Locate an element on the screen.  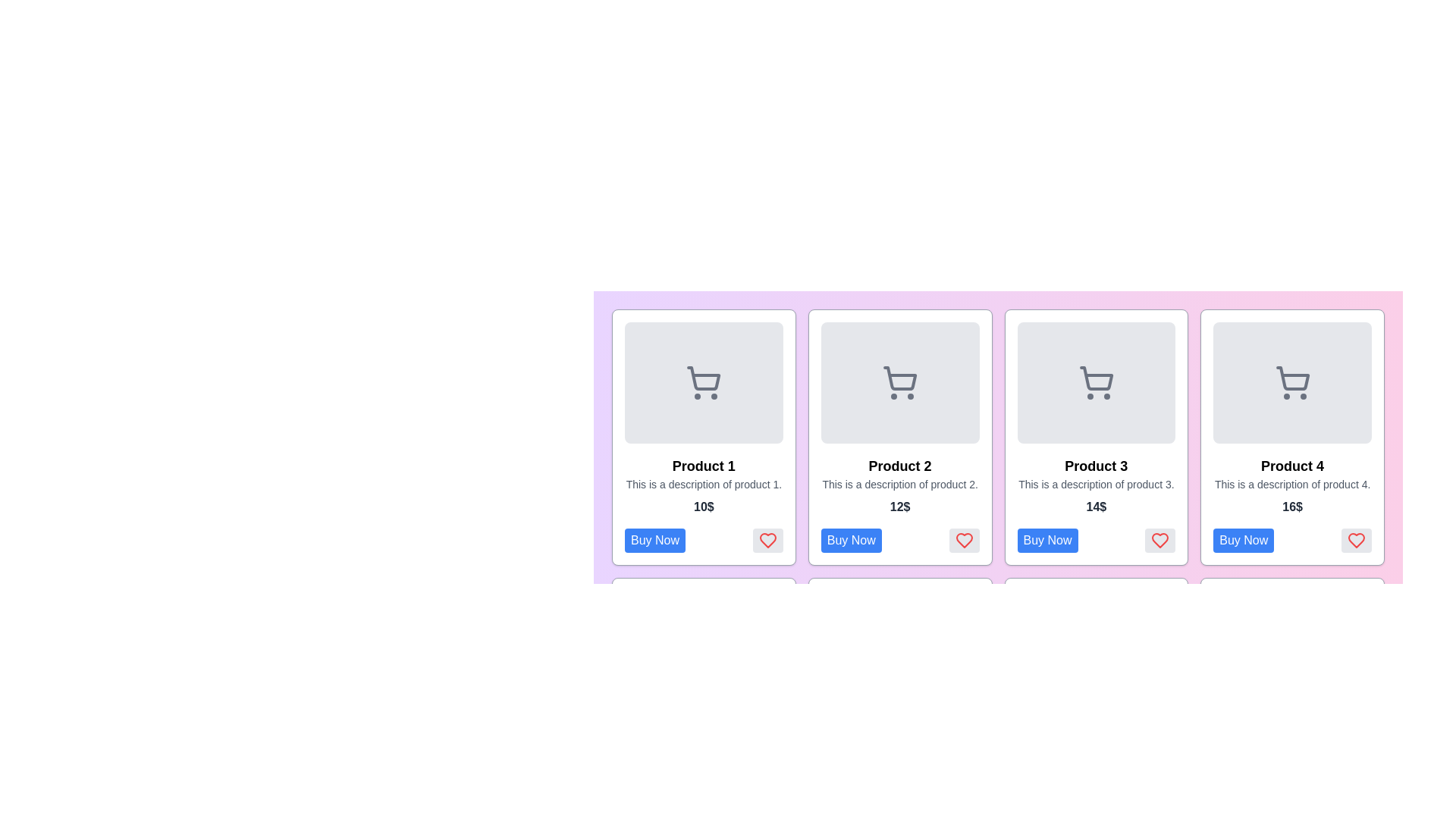
the text block displaying 'This is a description of product 4.' located in the fourth product card from the left, below the product title 'Product 4' and above the price line is located at coordinates (1291, 485).